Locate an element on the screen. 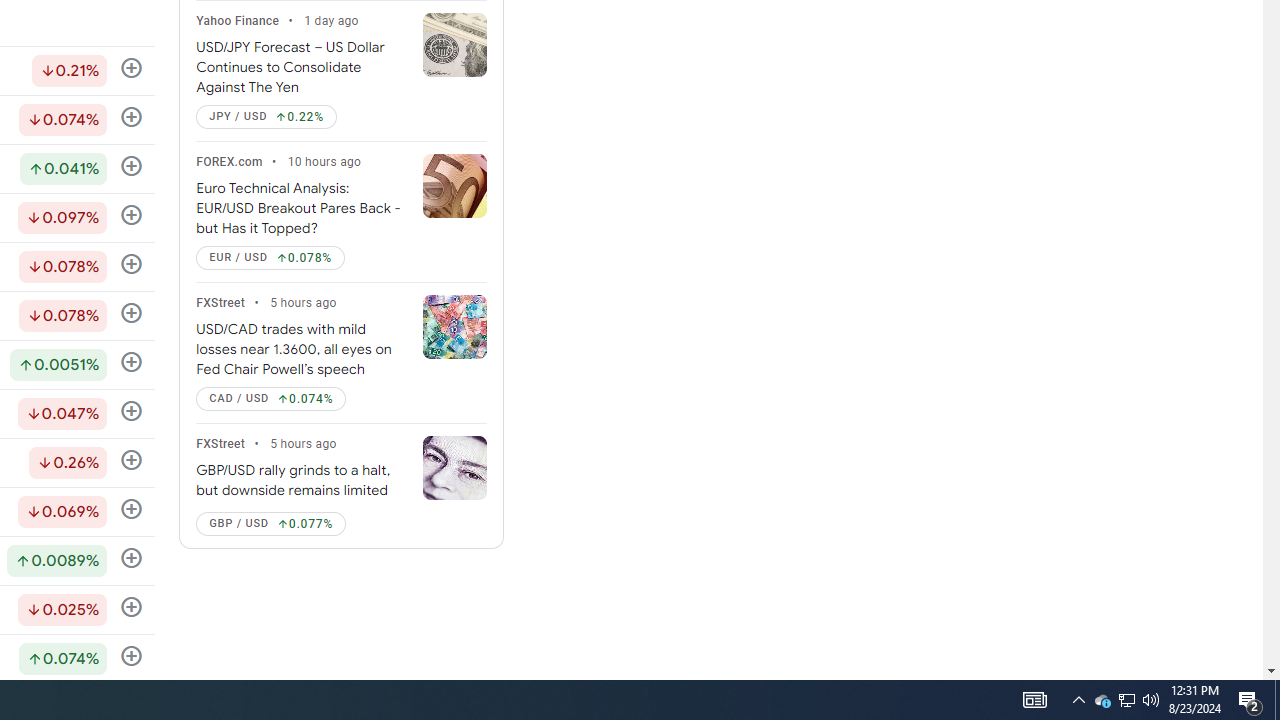  'JPY / USD Up by 0.22%' is located at coordinates (265, 117).